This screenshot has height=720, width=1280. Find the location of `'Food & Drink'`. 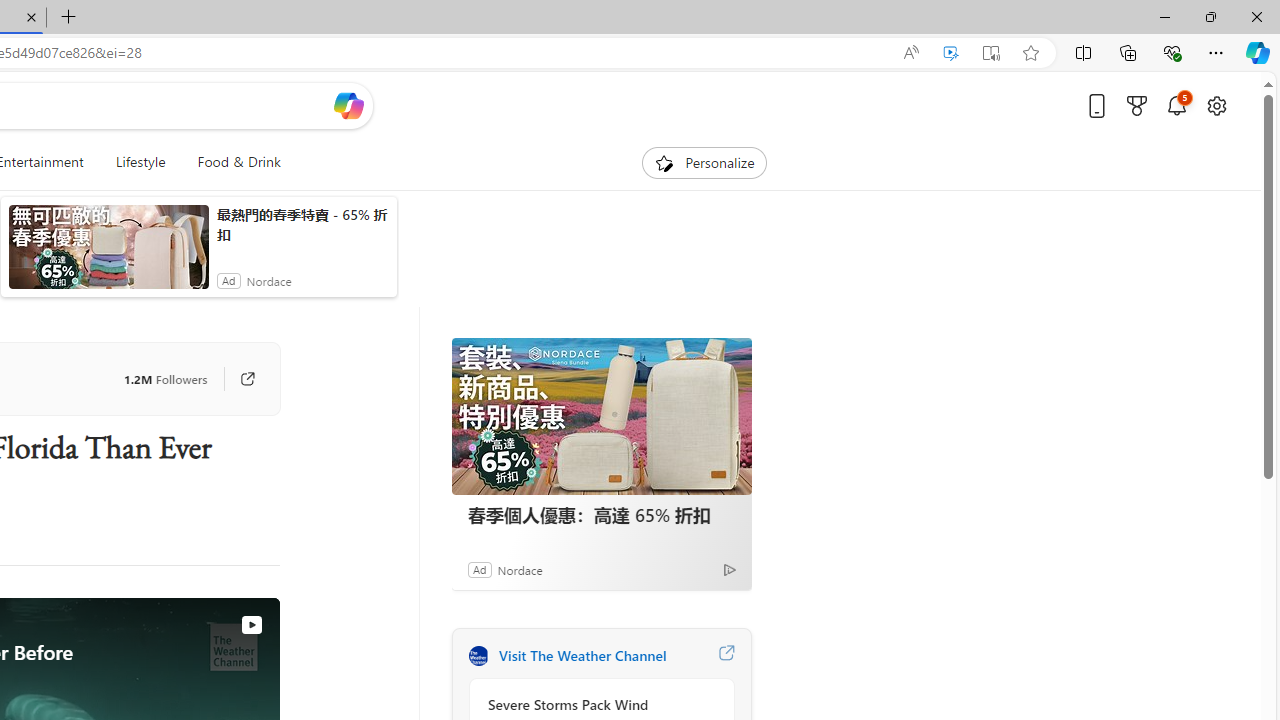

'Food & Drink' is located at coordinates (231, 162).